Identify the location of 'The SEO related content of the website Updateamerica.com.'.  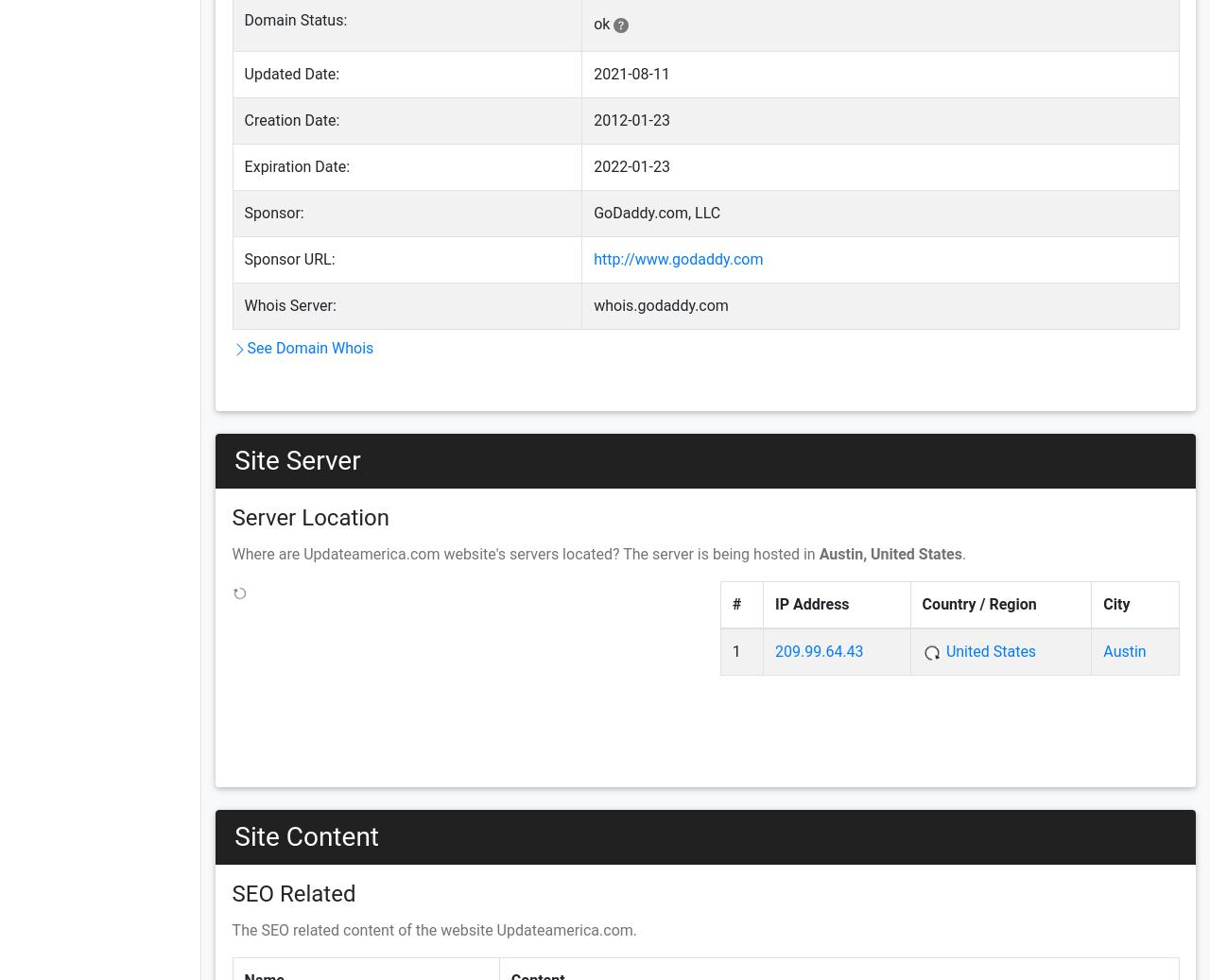
(433, 930).